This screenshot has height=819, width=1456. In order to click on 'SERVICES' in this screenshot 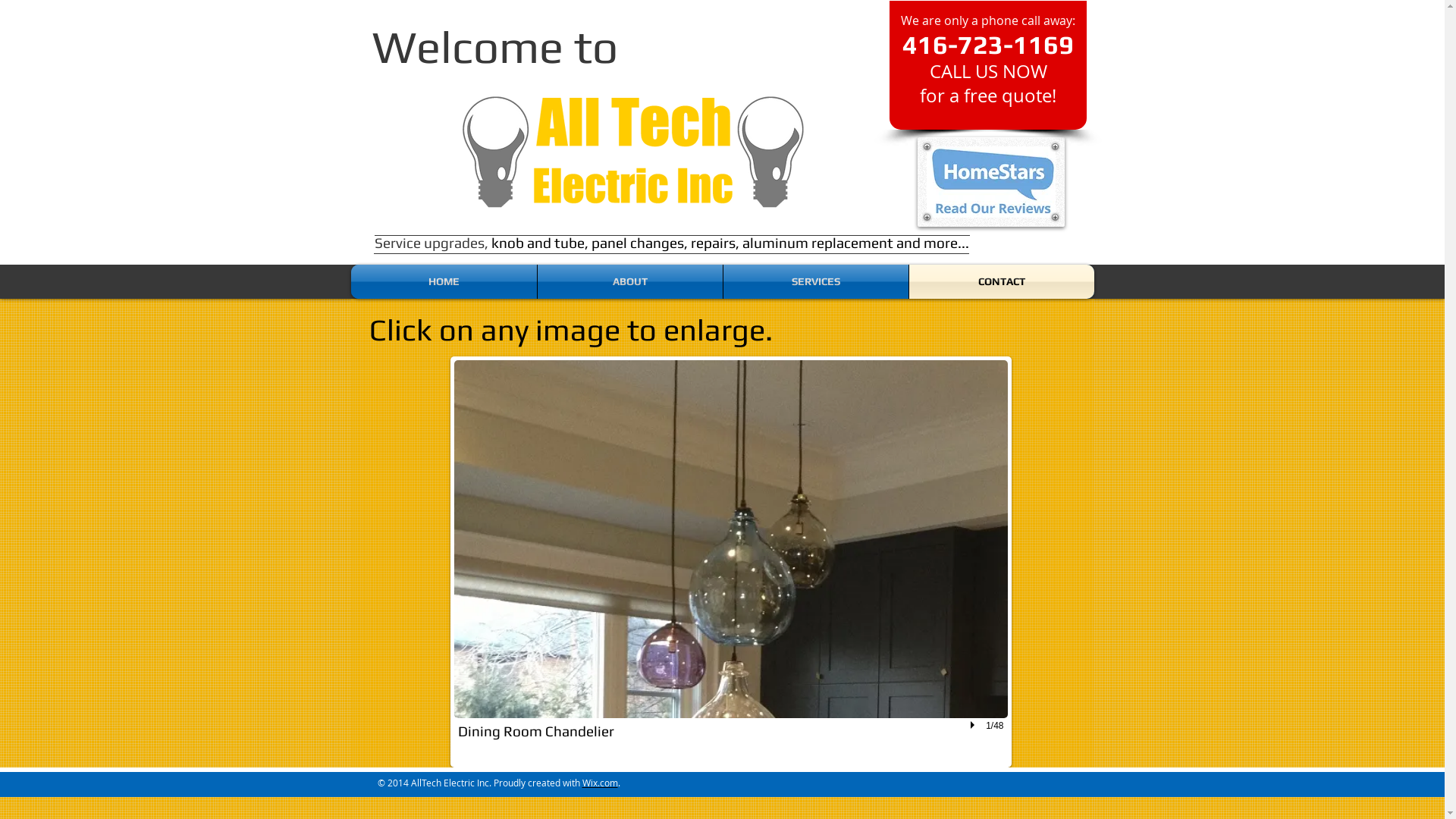, I will do `click(814, 281)`.